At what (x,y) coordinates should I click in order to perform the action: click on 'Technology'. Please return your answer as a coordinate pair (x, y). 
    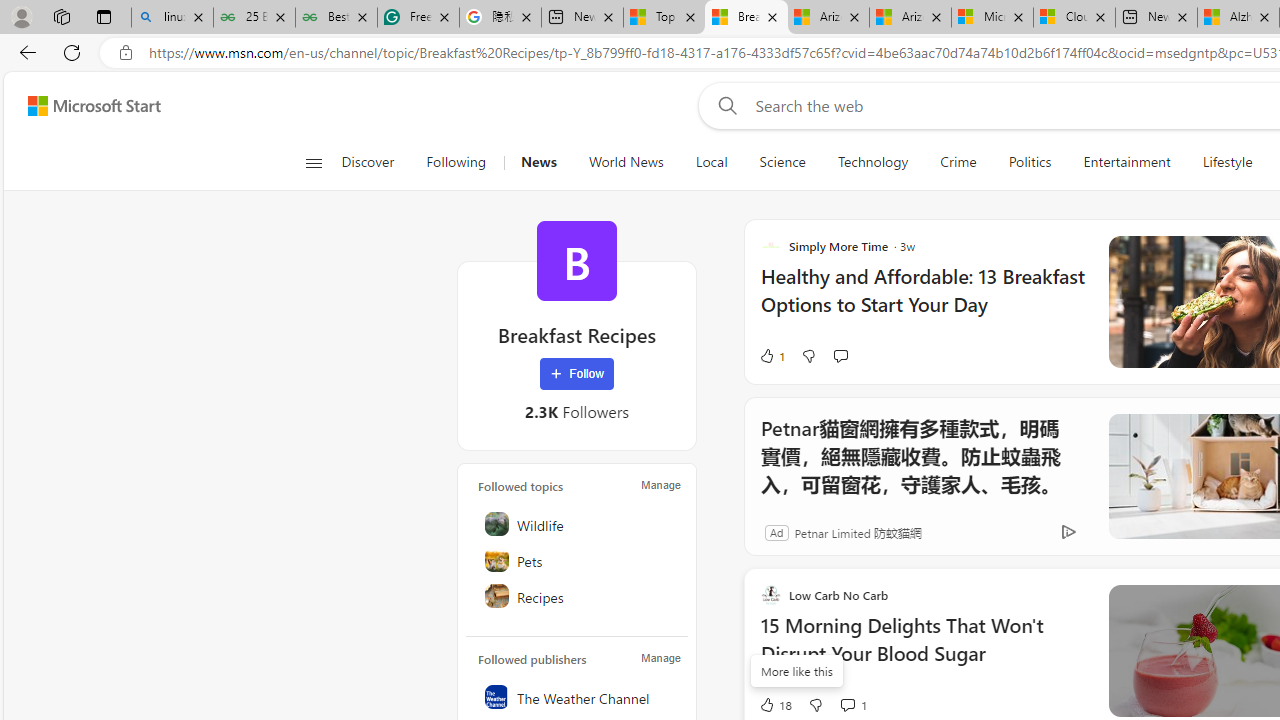
    Looking at the image, I should click on (872, 162).